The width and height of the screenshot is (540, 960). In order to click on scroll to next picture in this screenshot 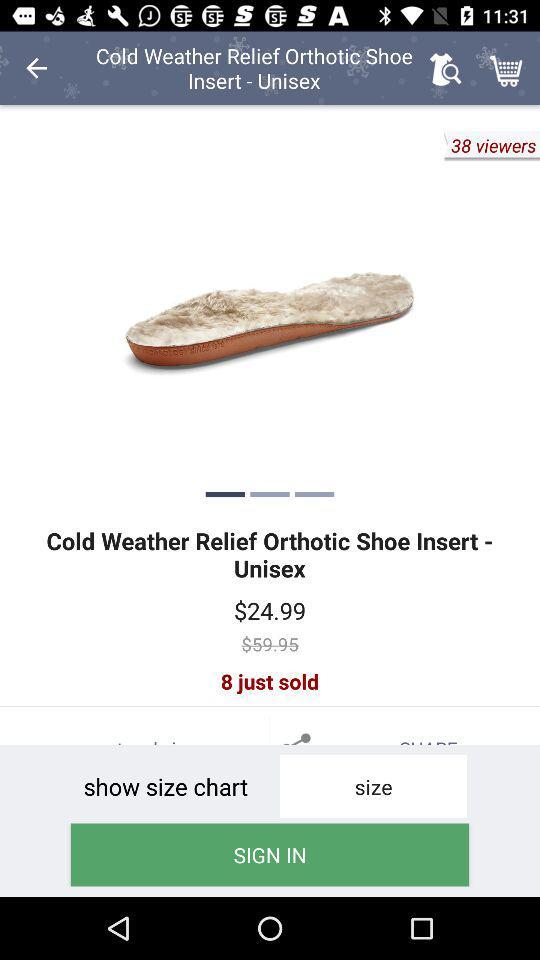, I will do `click(270, 309)`.